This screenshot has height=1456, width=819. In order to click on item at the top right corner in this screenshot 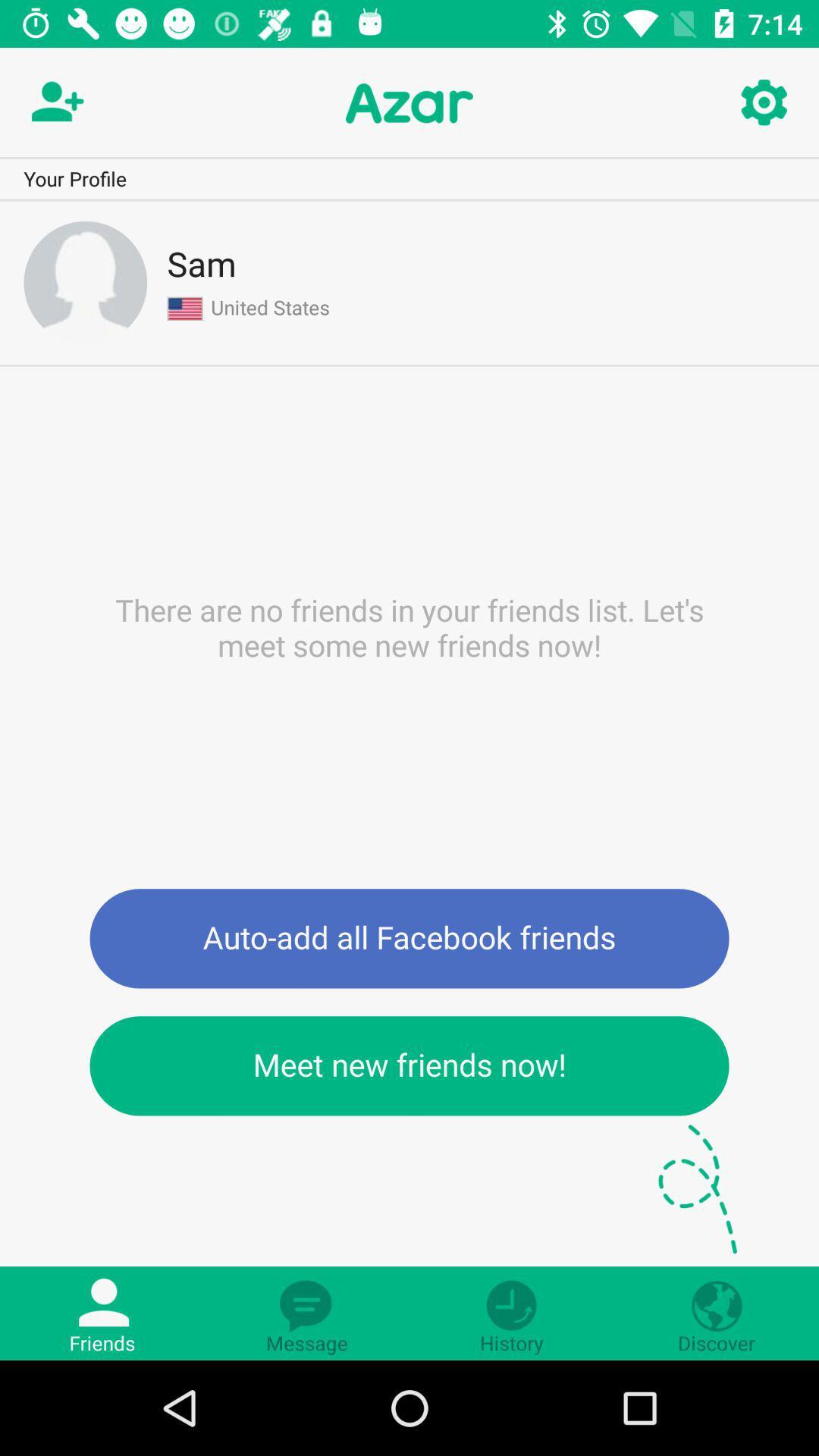, I will do `click(763, 102)`.